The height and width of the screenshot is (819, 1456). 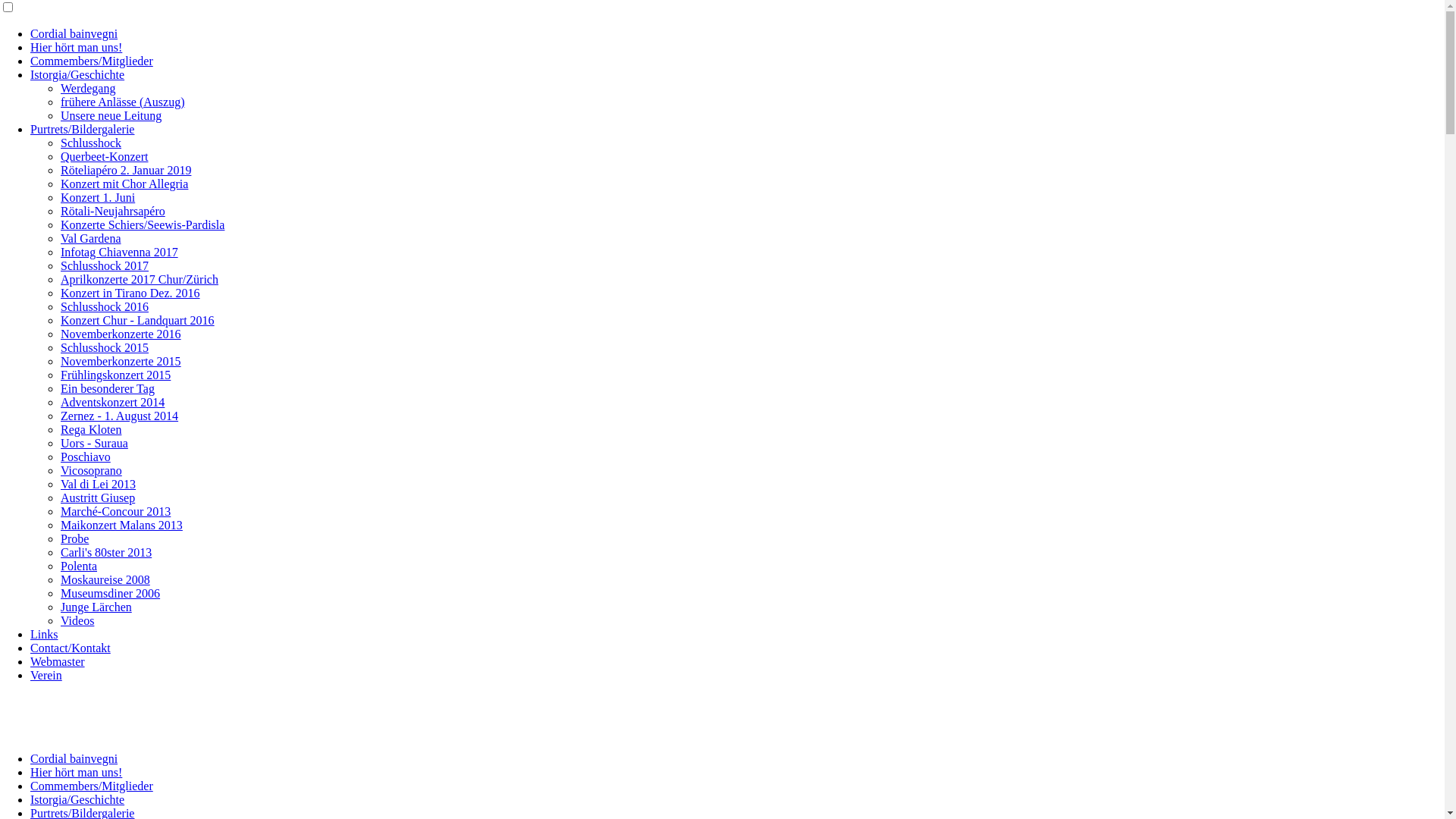 I want to click on 'Webmaster', so click(x=58, y=661).